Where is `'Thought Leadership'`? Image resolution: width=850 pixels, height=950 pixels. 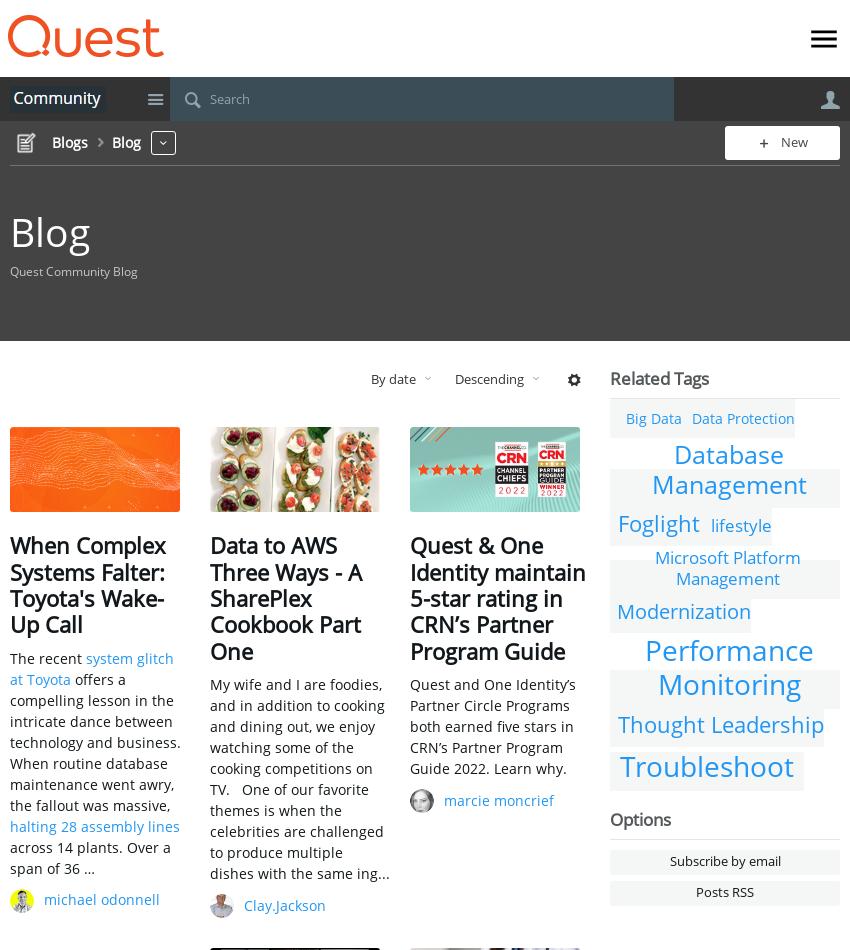
'Thought Leadership' is located at coordinates (719, 723).